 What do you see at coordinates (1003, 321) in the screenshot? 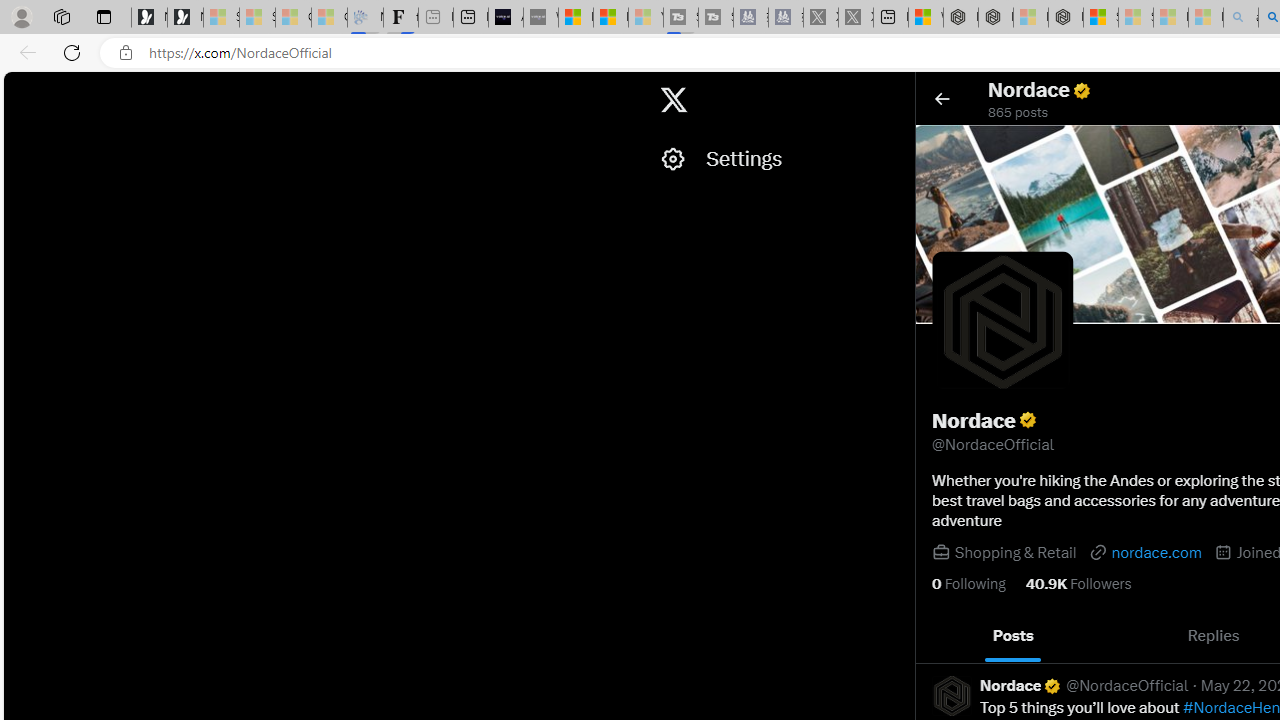
I see `'Square profile picture and Opens profile photo'` at bounding box center [1003, 321].